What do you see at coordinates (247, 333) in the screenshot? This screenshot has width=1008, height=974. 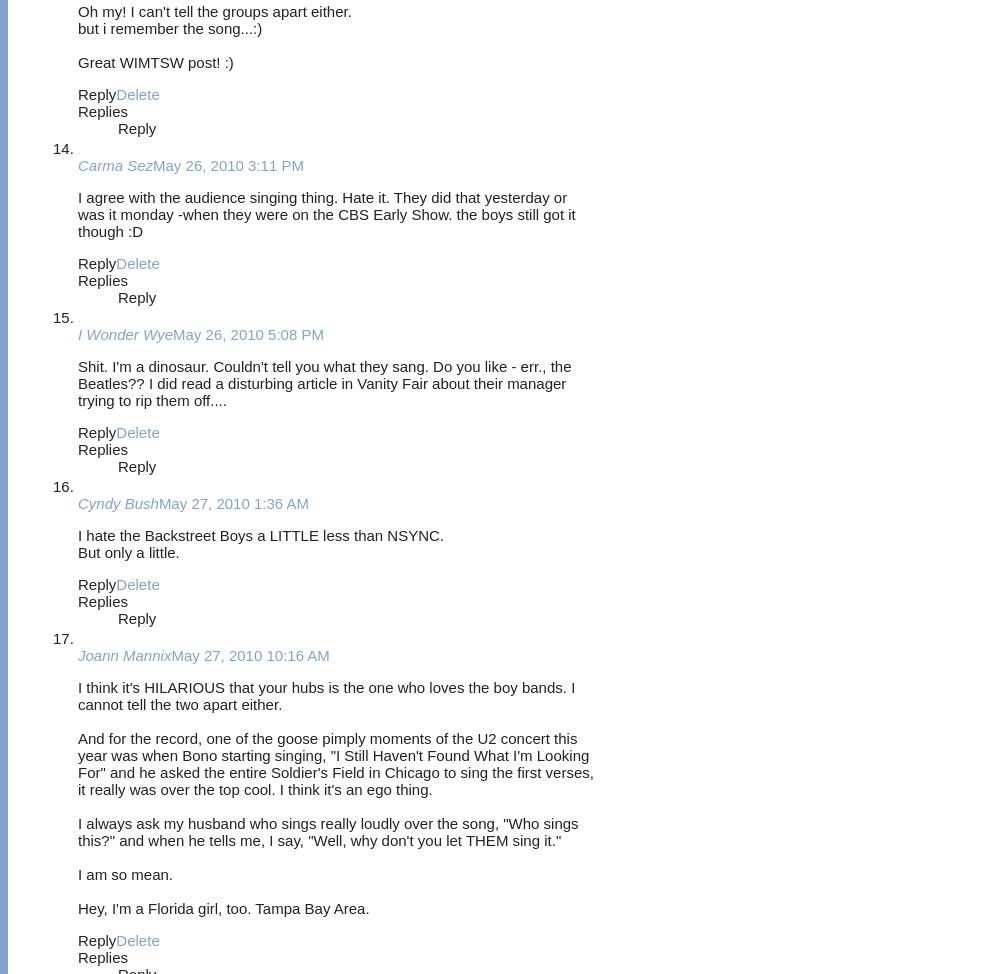 I see `'May 26, 2010 5:08 PM'` at bounding box center [247, 333].